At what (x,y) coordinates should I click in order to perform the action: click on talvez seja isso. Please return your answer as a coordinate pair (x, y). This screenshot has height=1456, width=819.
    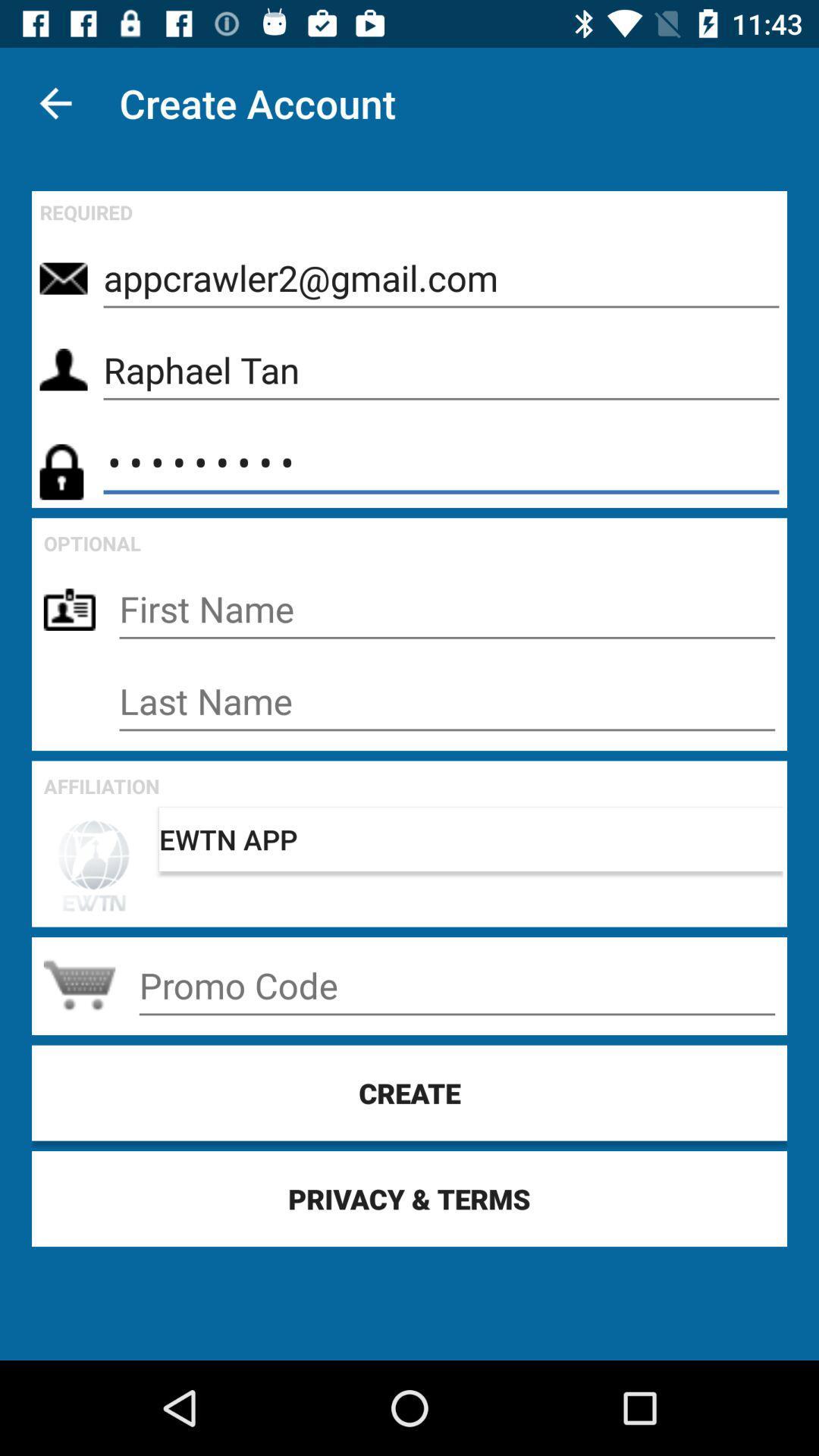
    Looking at the image, I should click on (446, 609).